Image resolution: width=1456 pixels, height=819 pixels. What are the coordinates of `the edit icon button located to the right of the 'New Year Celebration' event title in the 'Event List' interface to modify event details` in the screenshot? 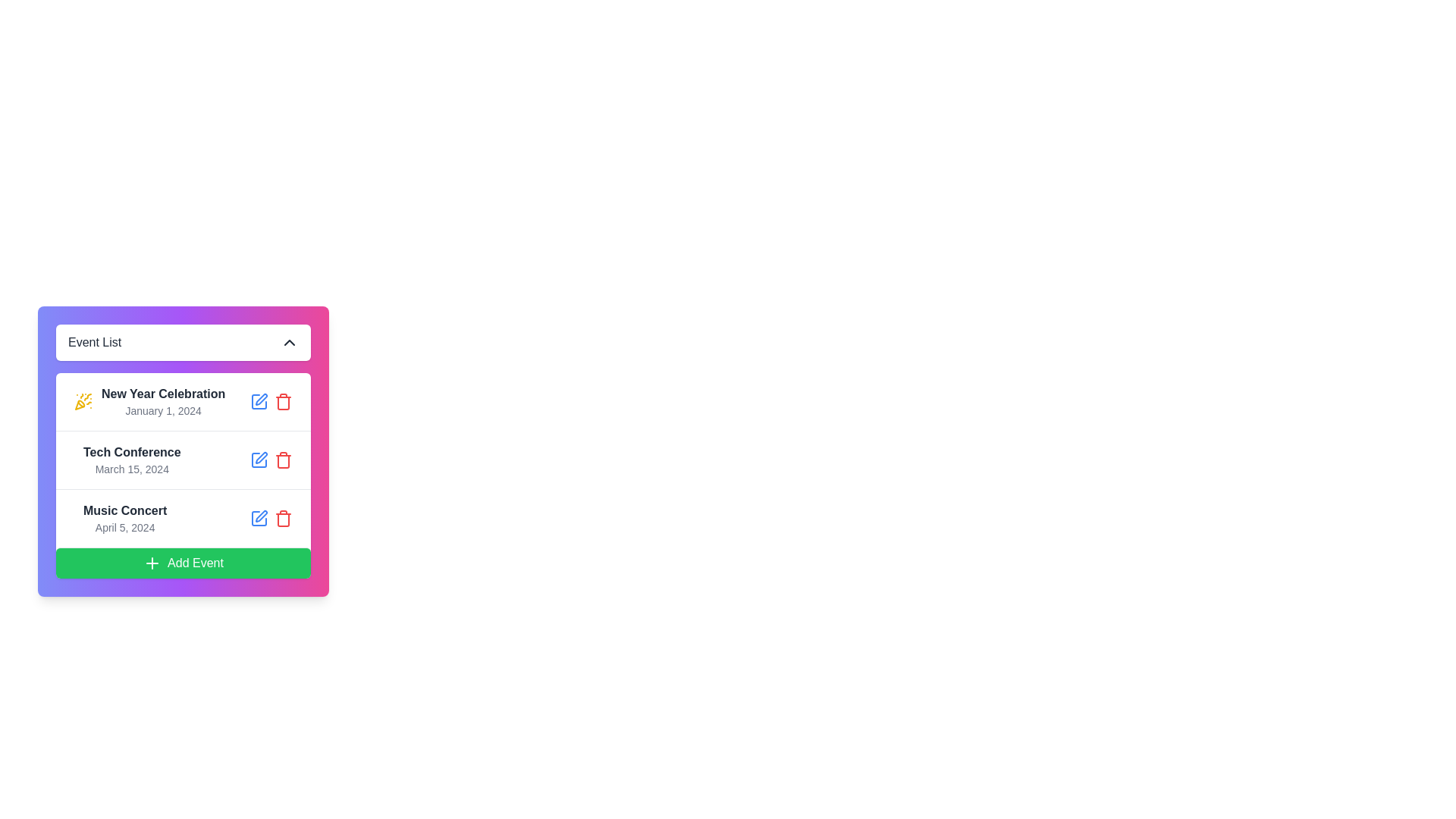 It's located at (259, 400).